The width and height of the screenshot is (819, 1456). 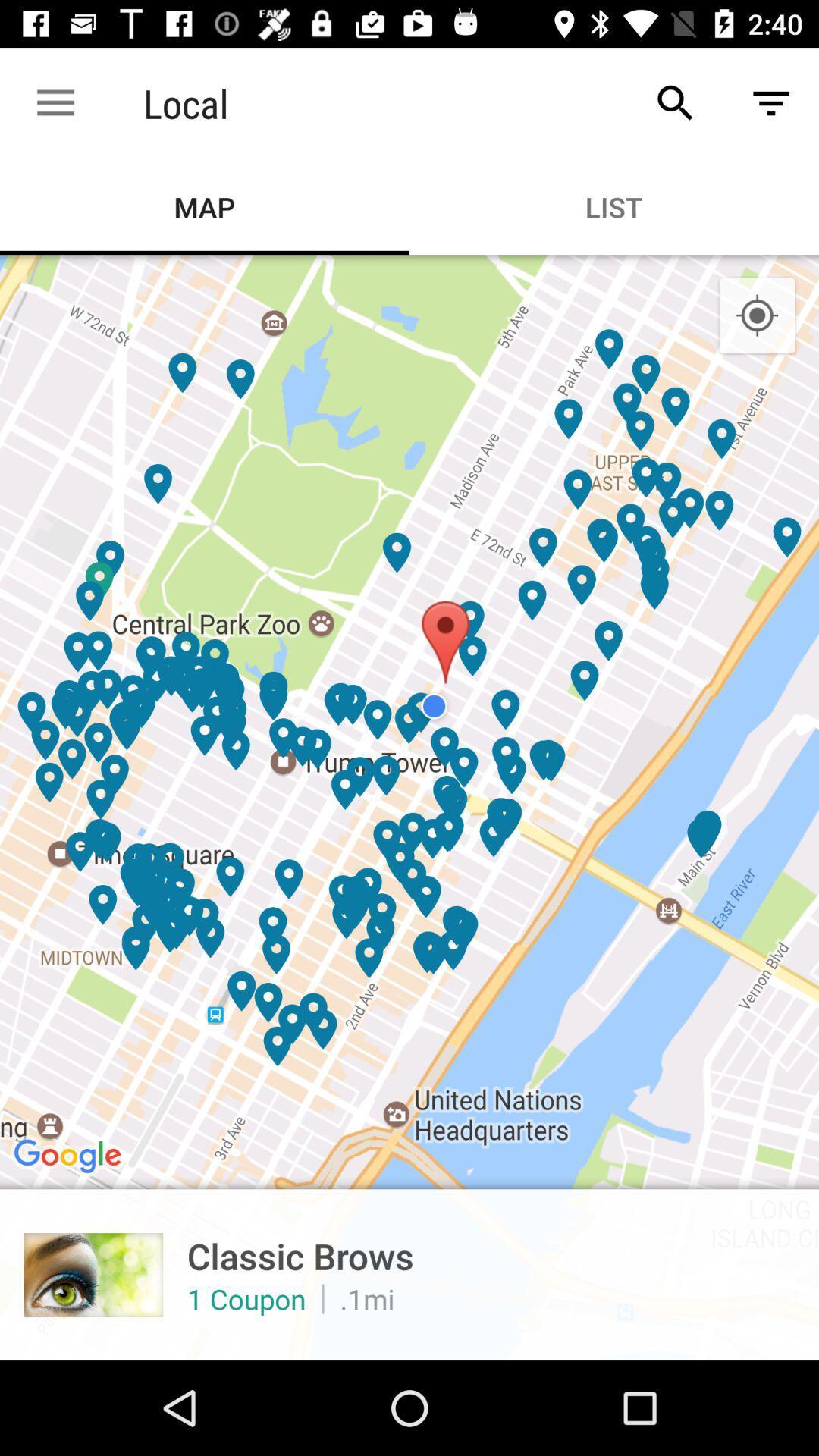 What do you see at coordinates (409, 807) in the screenshot?
I see `the icon below map item` at bounding box center [409, 807].